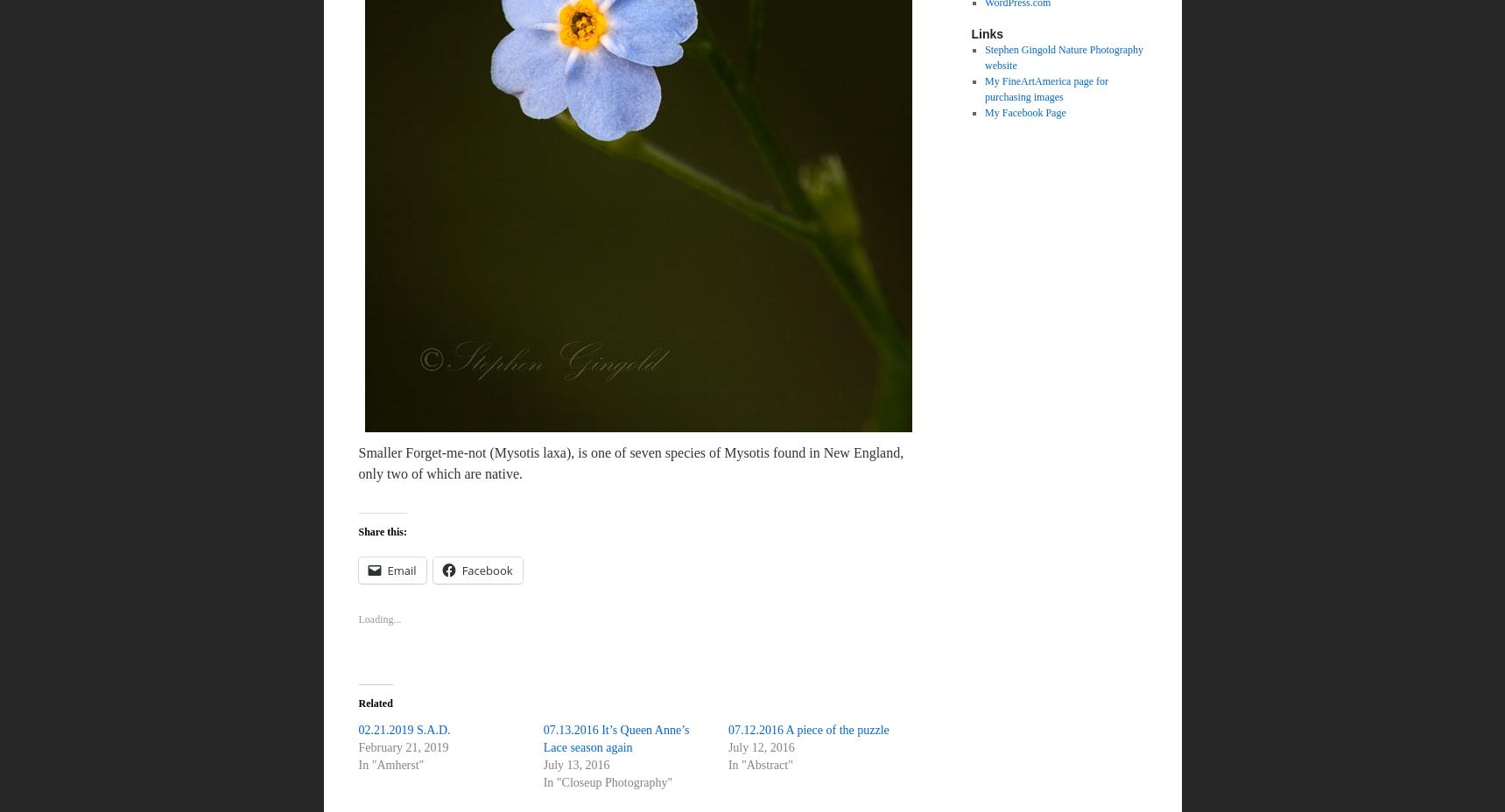  What do you see at coordinates (379, 618) in the screenshot?
I see `'Loading...'` at bounding box center [379, 618].